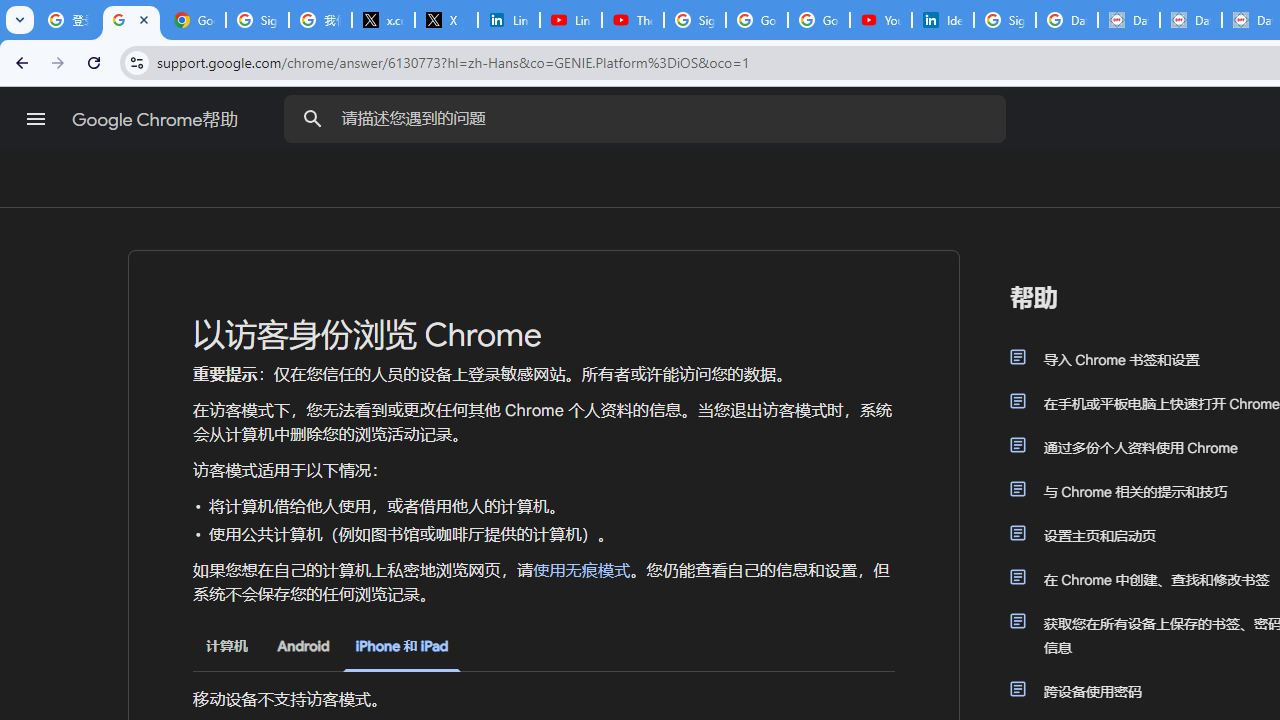  I want to click on 'Android', so click(302, 646).